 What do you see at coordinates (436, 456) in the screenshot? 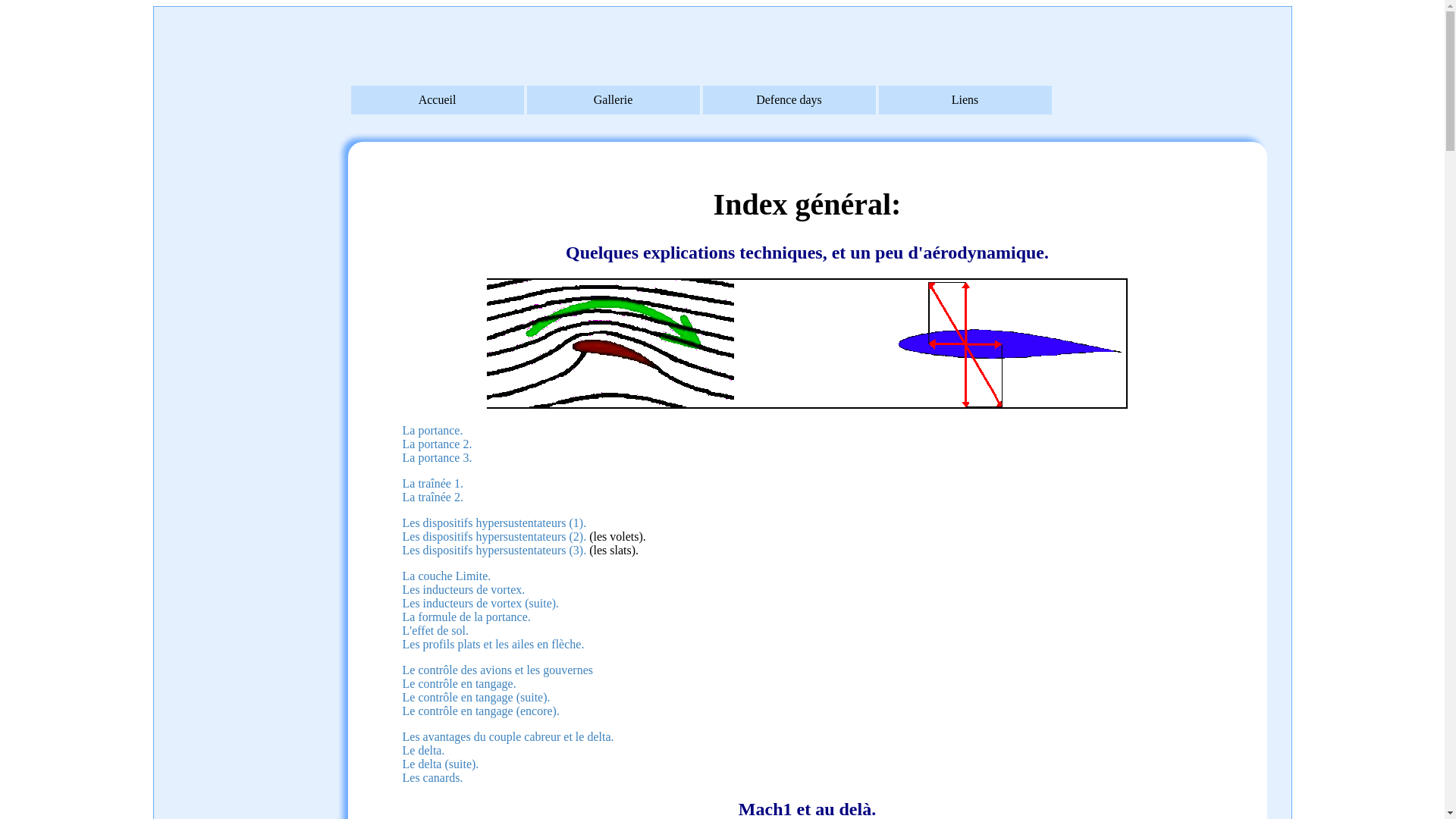
I see `'La portance 3.'` at bounding box center [436, 456].